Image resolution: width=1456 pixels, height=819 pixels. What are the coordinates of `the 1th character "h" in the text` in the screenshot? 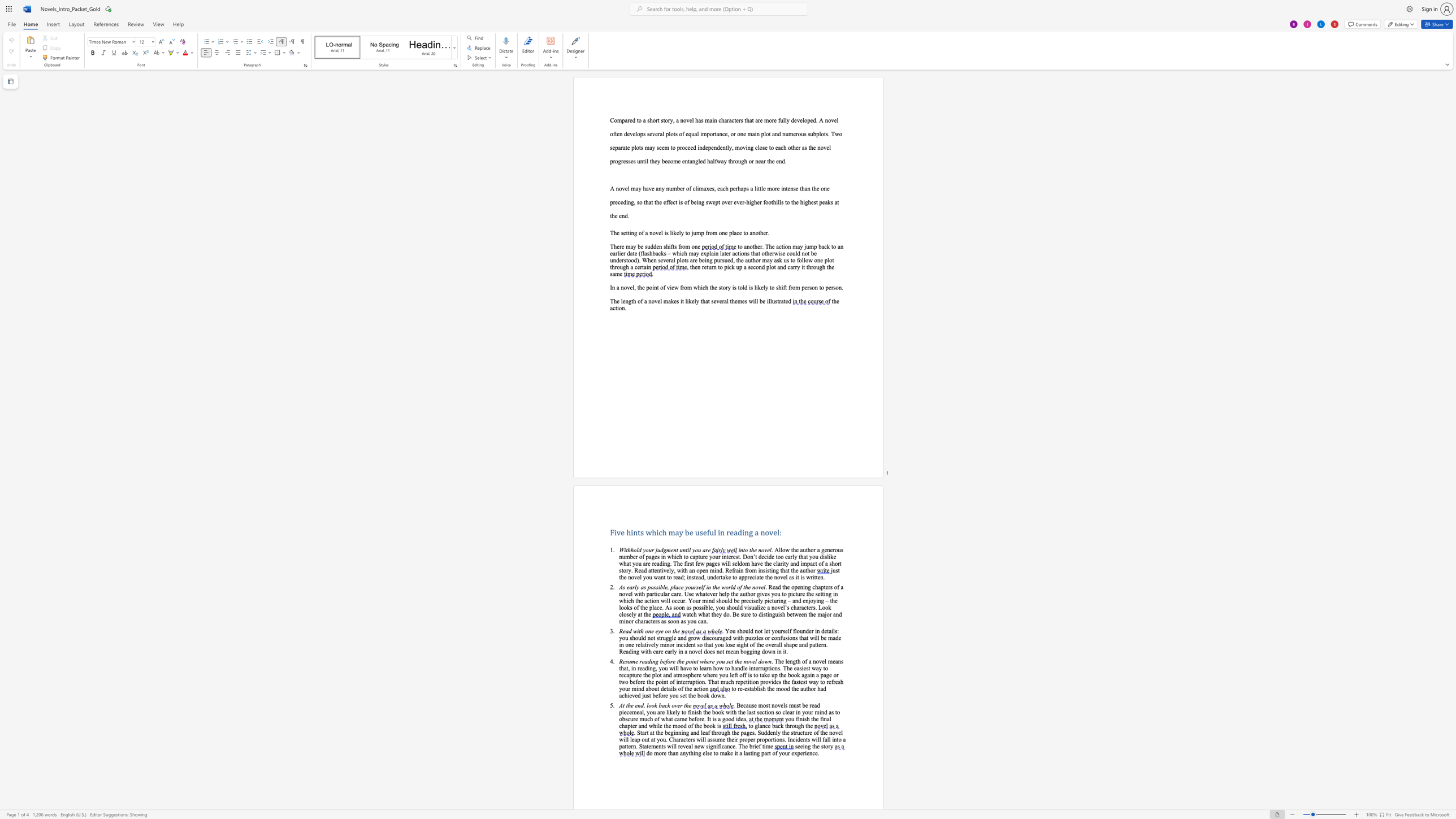 It's located at (752, 549).